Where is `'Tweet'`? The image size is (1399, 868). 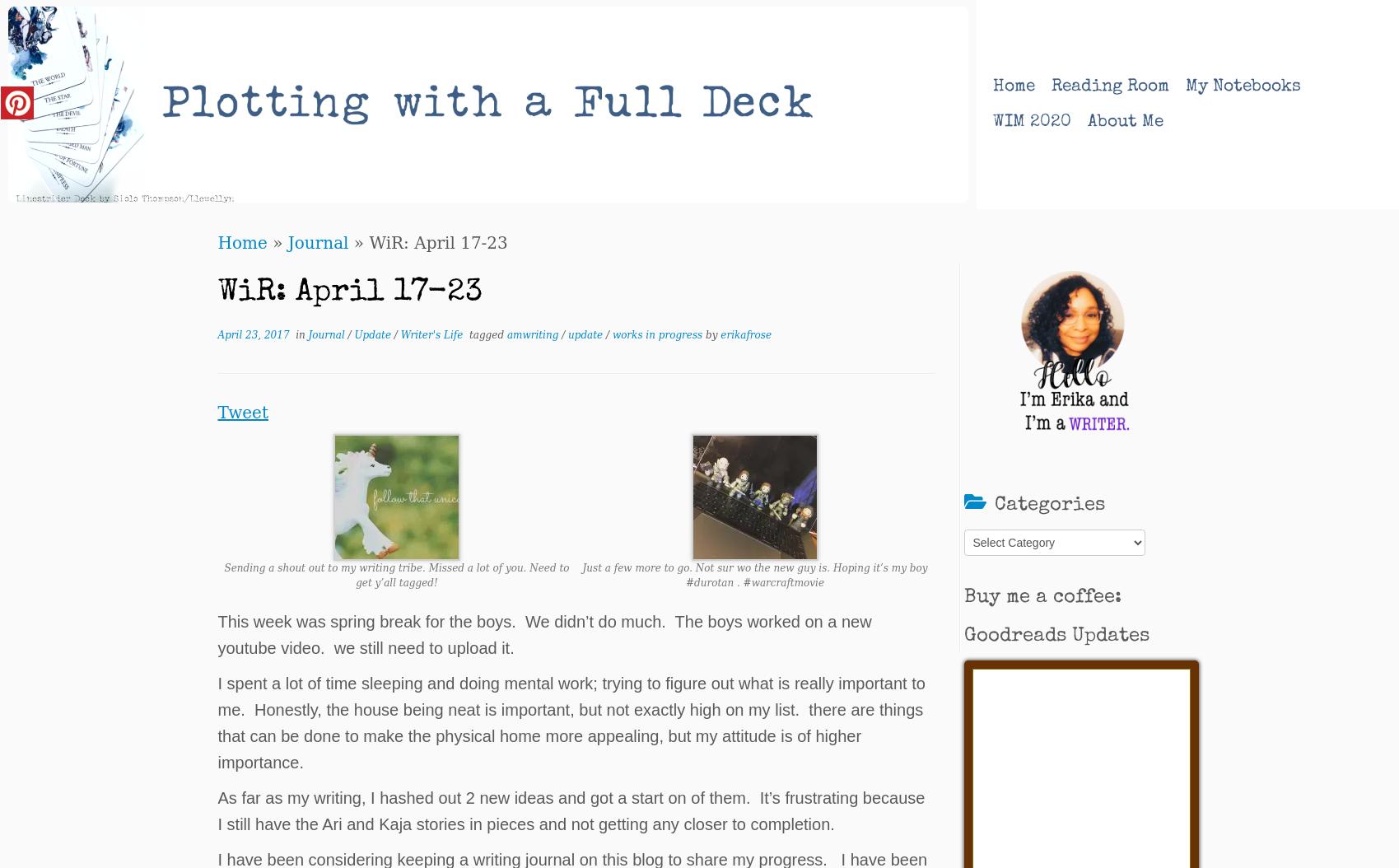
'Tweet' is located at coordinates (241, 411).